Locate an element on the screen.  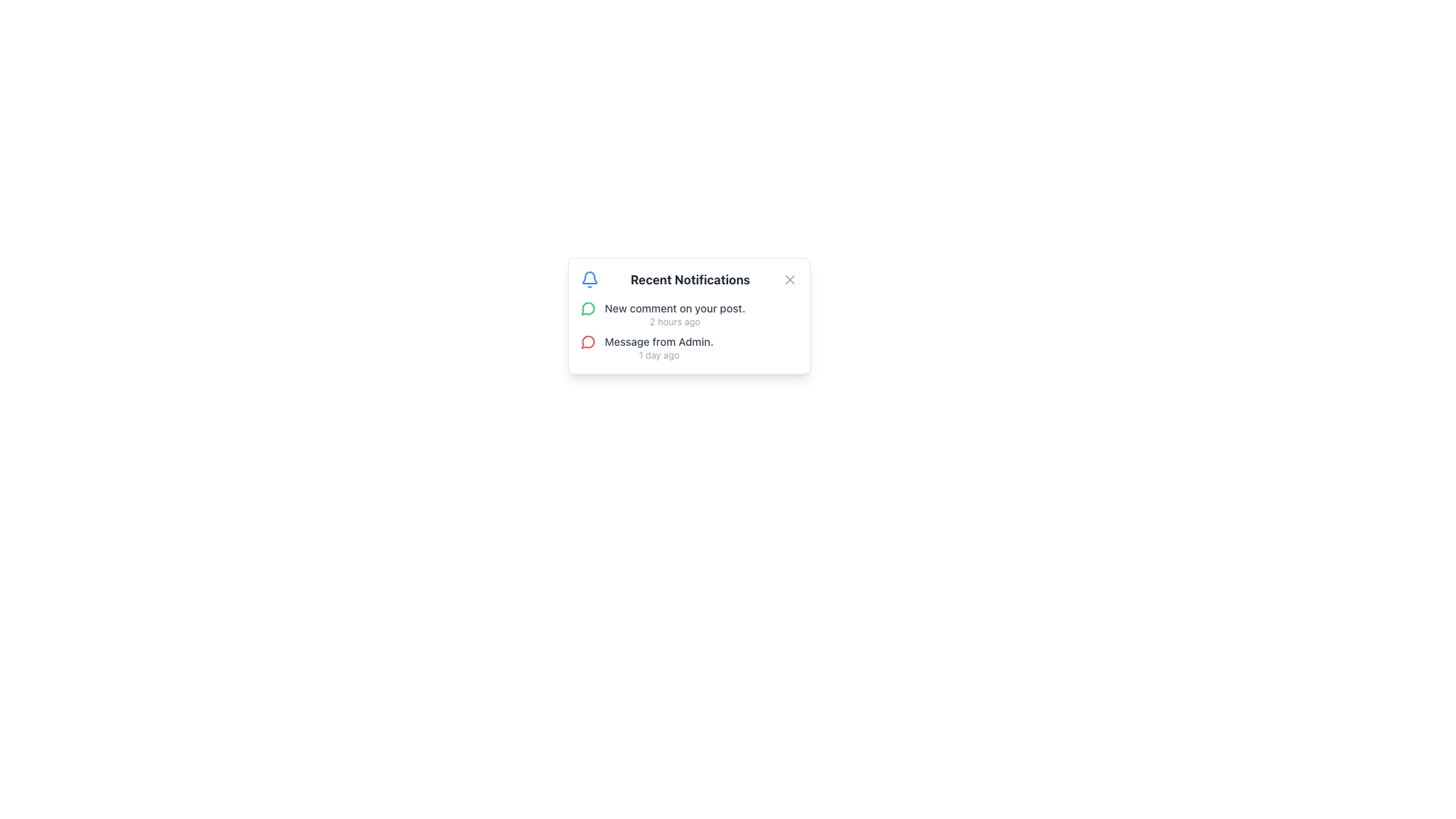
the first notification in the notification list that informs the user about a new comment on their post, located below the 'Recent Notifications' header is located at coordinates (674, 314).